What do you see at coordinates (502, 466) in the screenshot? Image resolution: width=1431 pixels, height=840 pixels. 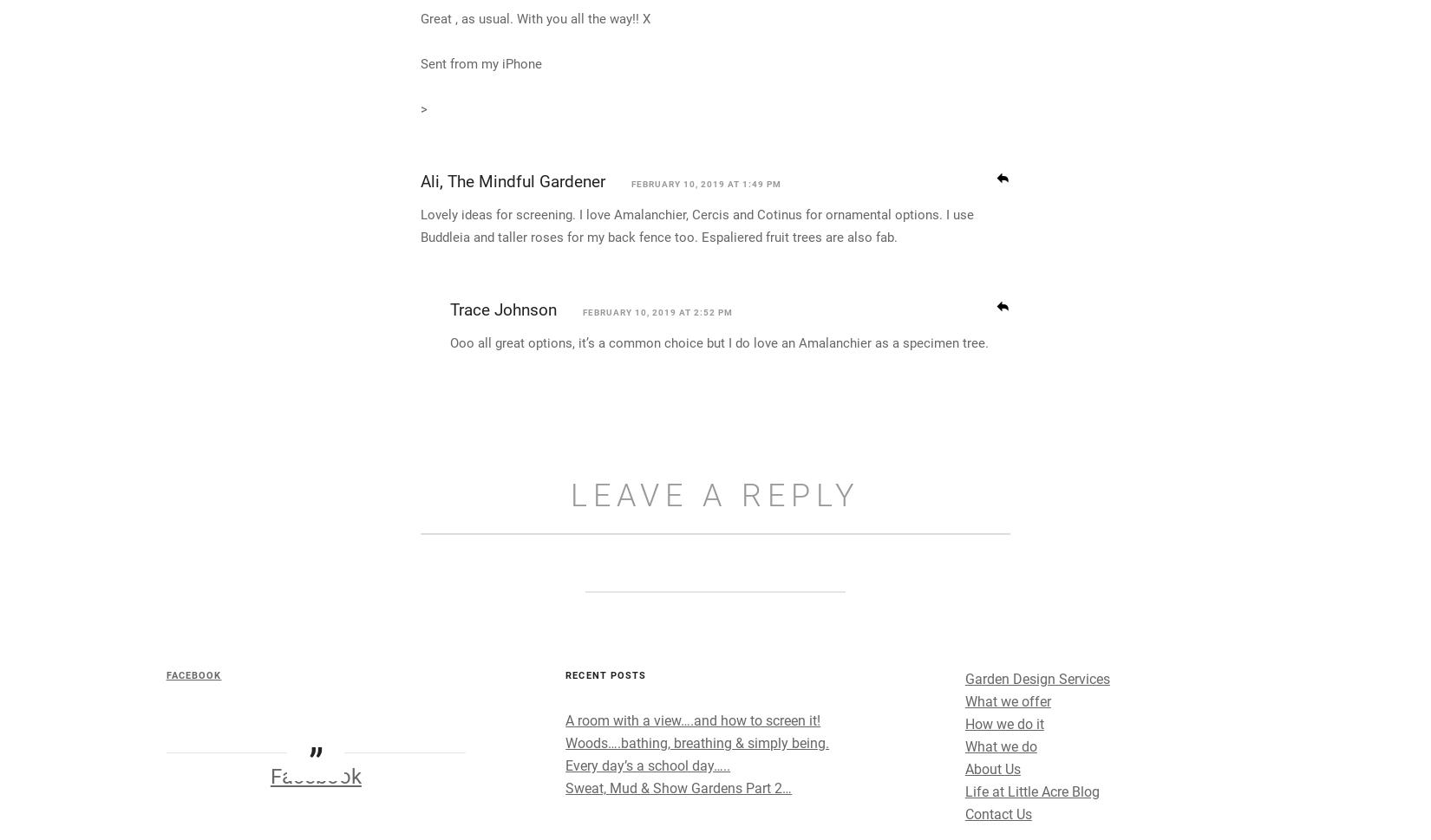 I see `'Trace Johnson'` at bounding box center [502, 466].